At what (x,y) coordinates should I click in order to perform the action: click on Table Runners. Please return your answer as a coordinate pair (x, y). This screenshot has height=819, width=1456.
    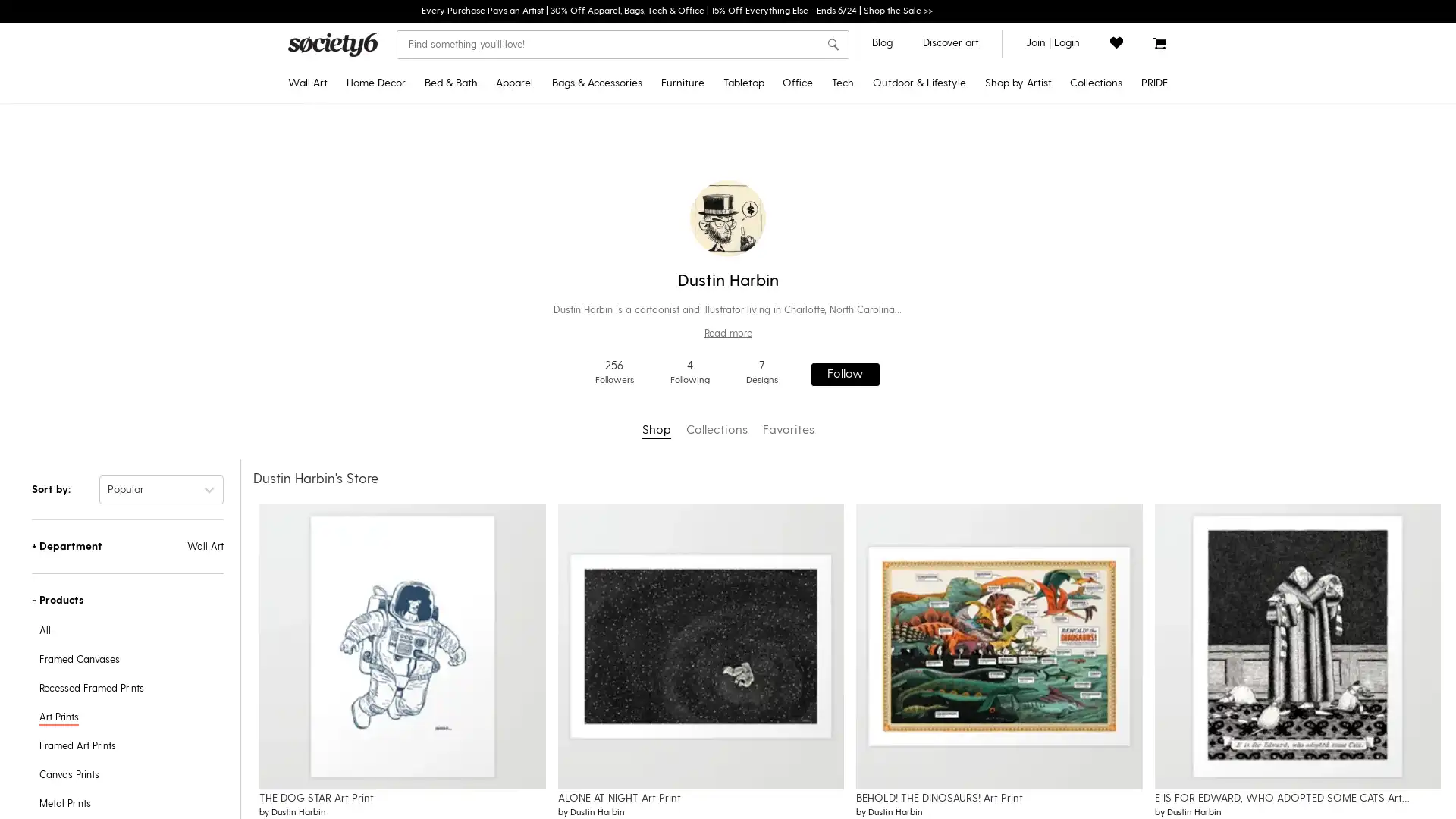
    Looking at the image, I should click on (771, 194).